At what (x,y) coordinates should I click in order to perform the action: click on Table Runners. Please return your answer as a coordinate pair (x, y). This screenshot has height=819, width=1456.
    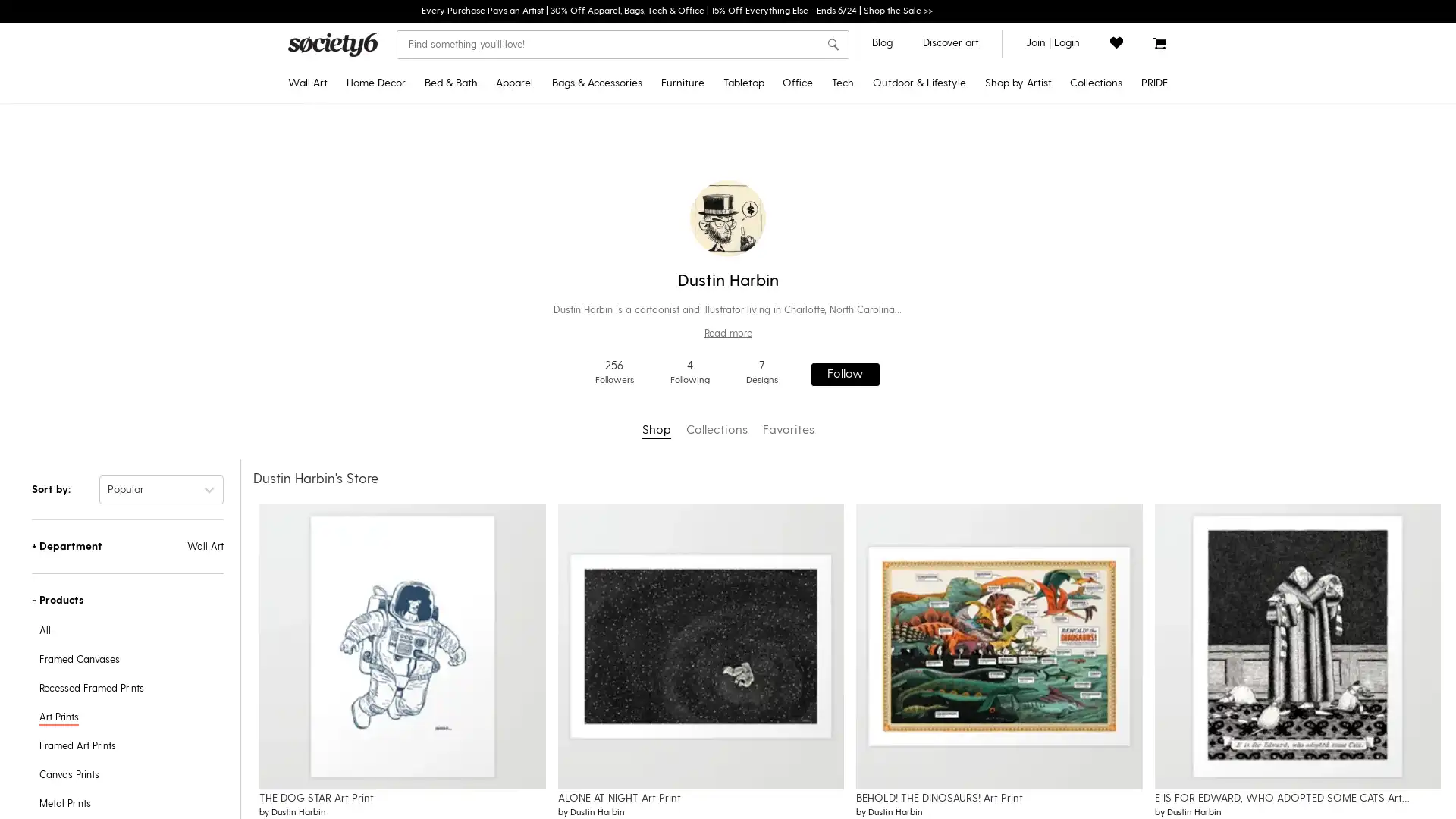
    Looking at the image, I should click on (771, 194).